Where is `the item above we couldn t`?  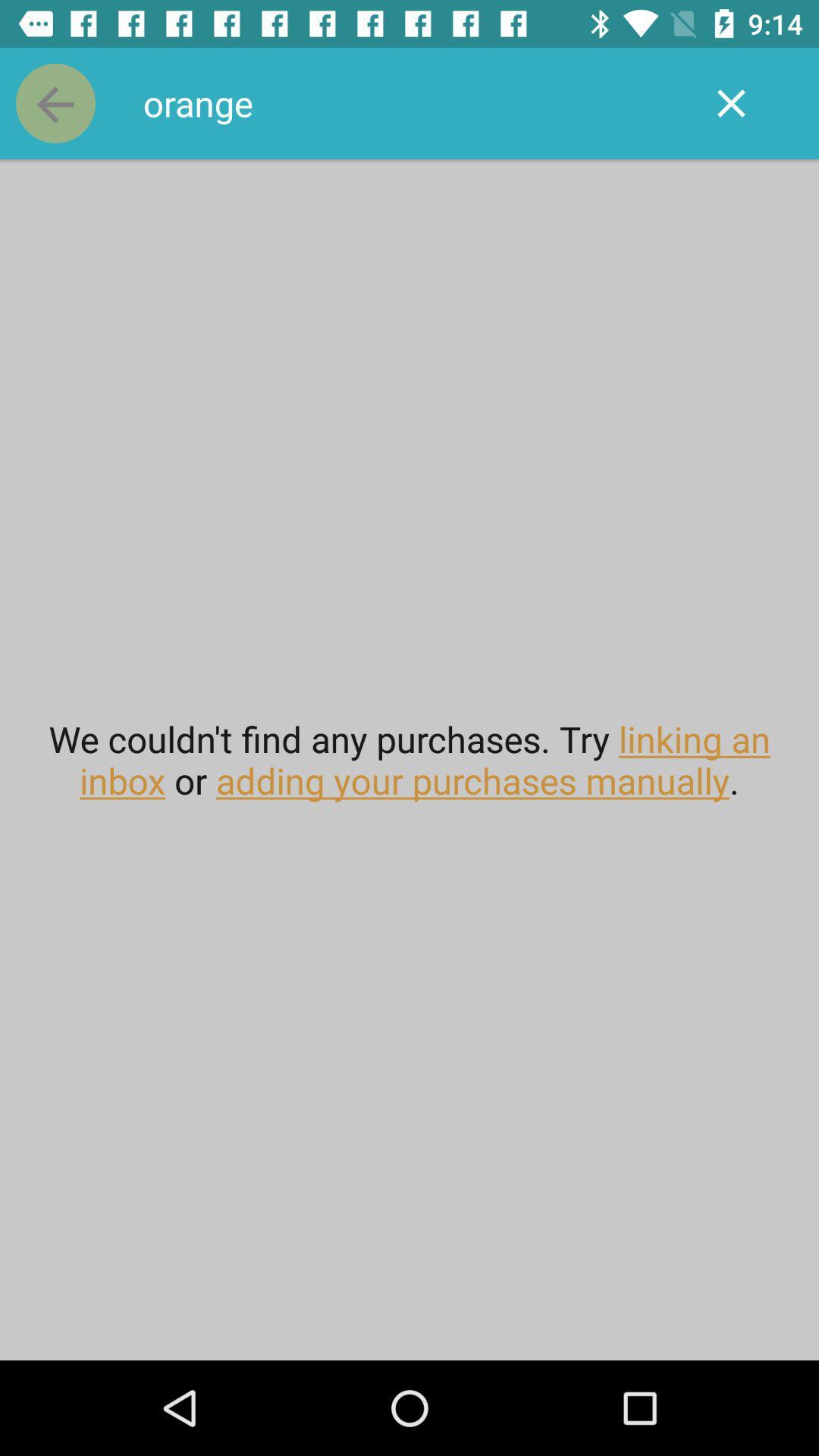 the item above we couldn t is located at coordinates (55, 102).